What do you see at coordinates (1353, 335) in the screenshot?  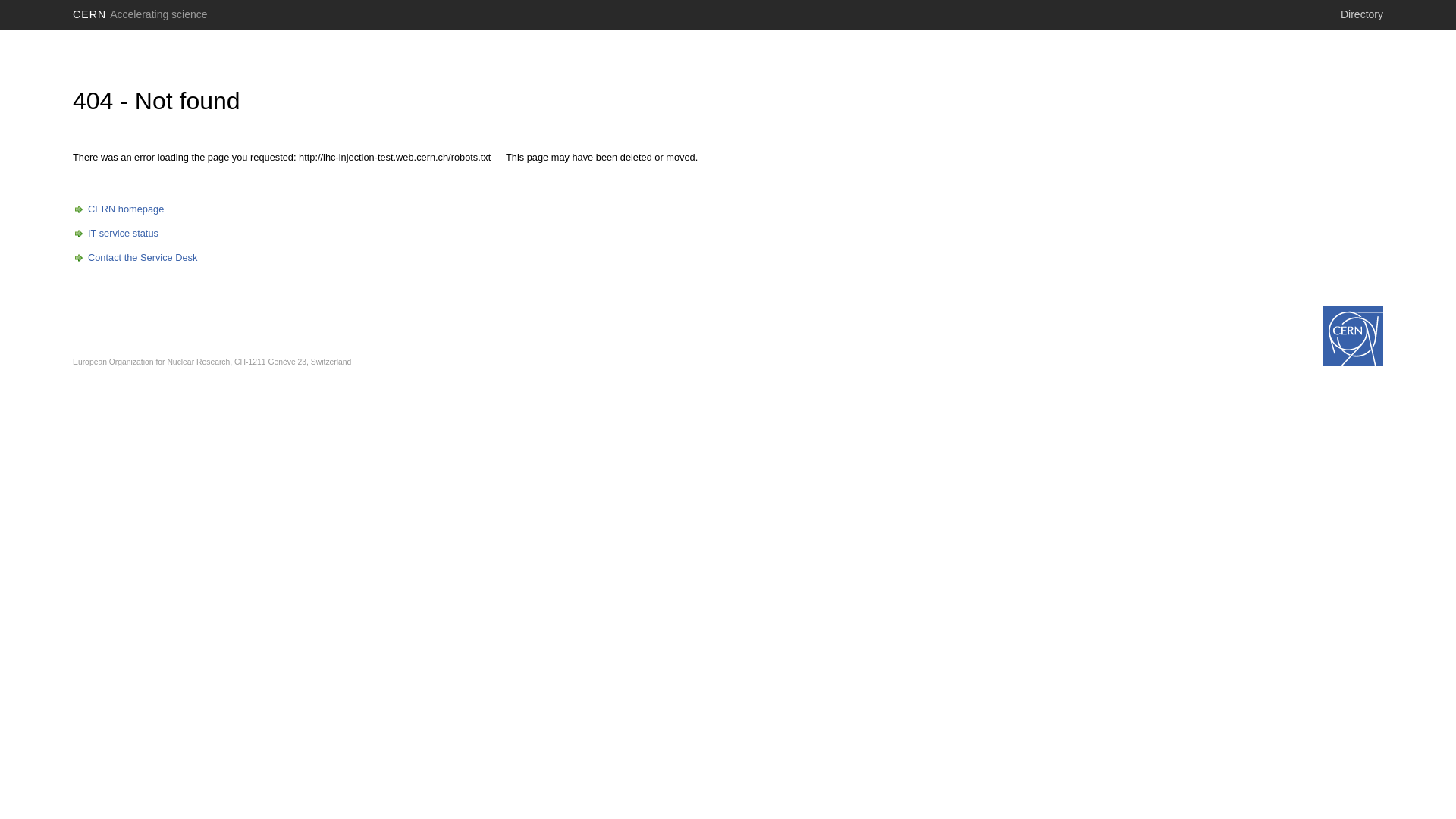 I see `'home.cern'` at bounding box center [1353, 335].